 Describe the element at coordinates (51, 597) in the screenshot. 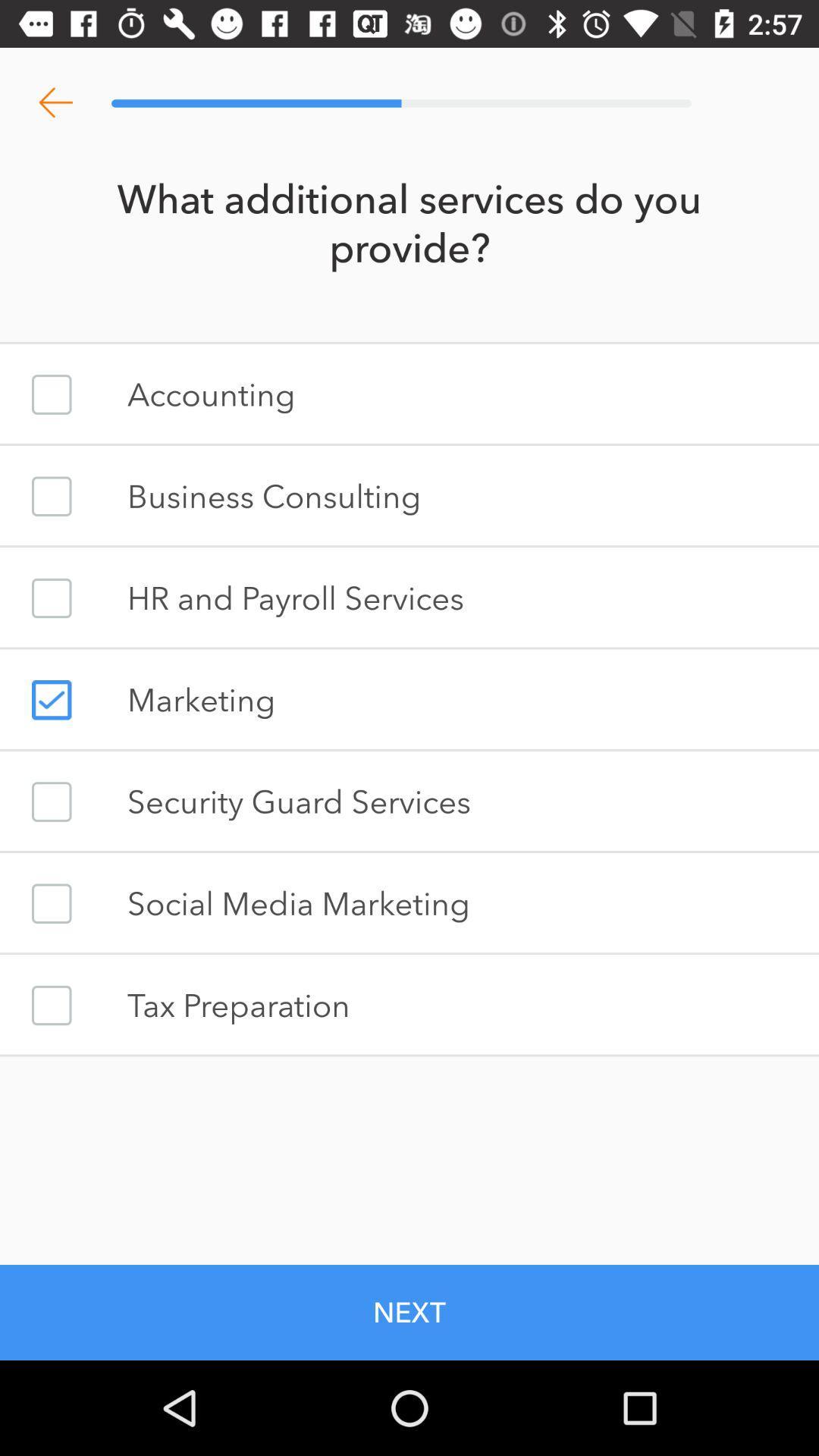

I see `option` at that location.